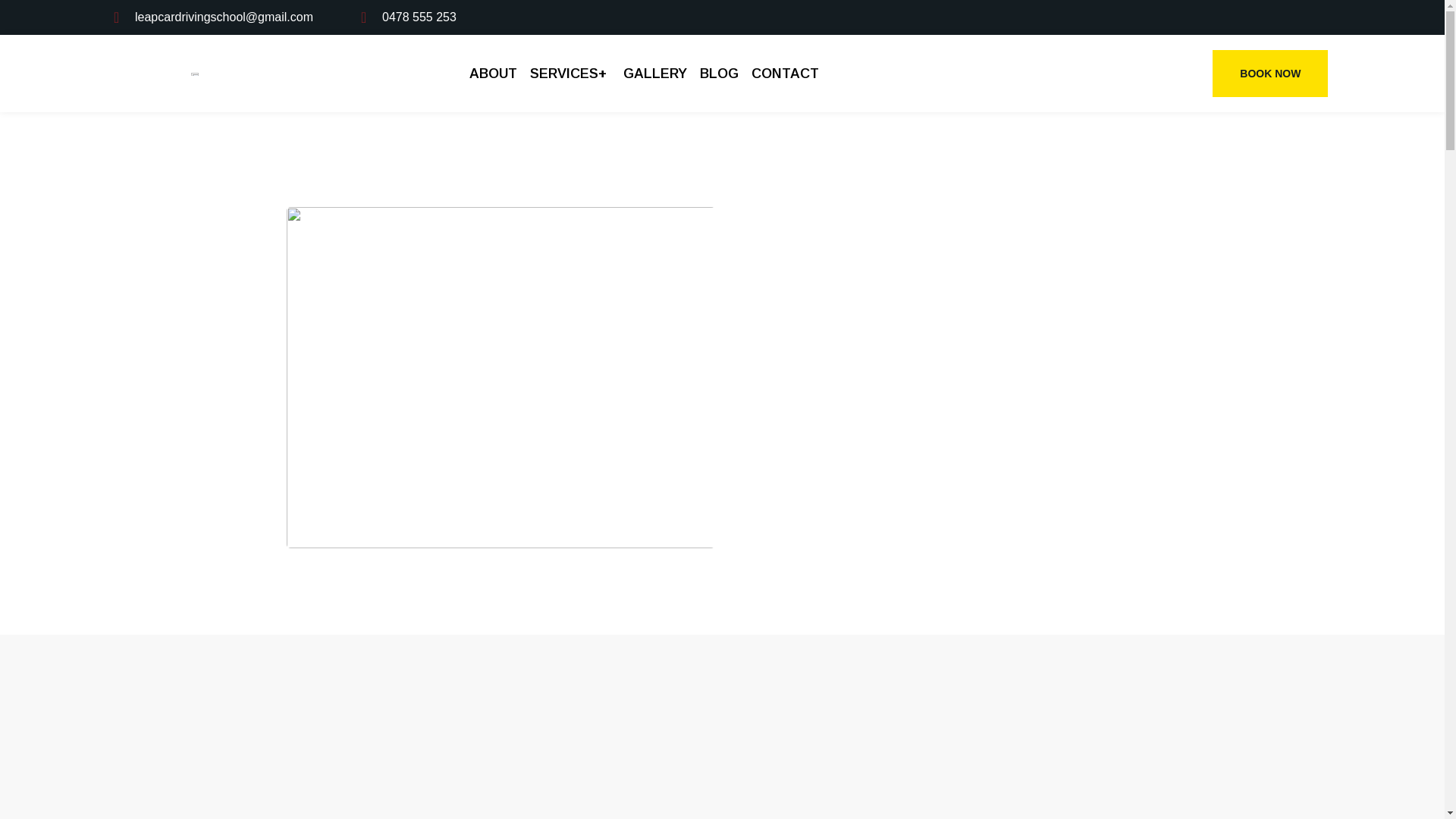  What do you see at coordinates (494, 73) in the screenshot?
I see `'ABOUT'` at bounding box center [494, 73].